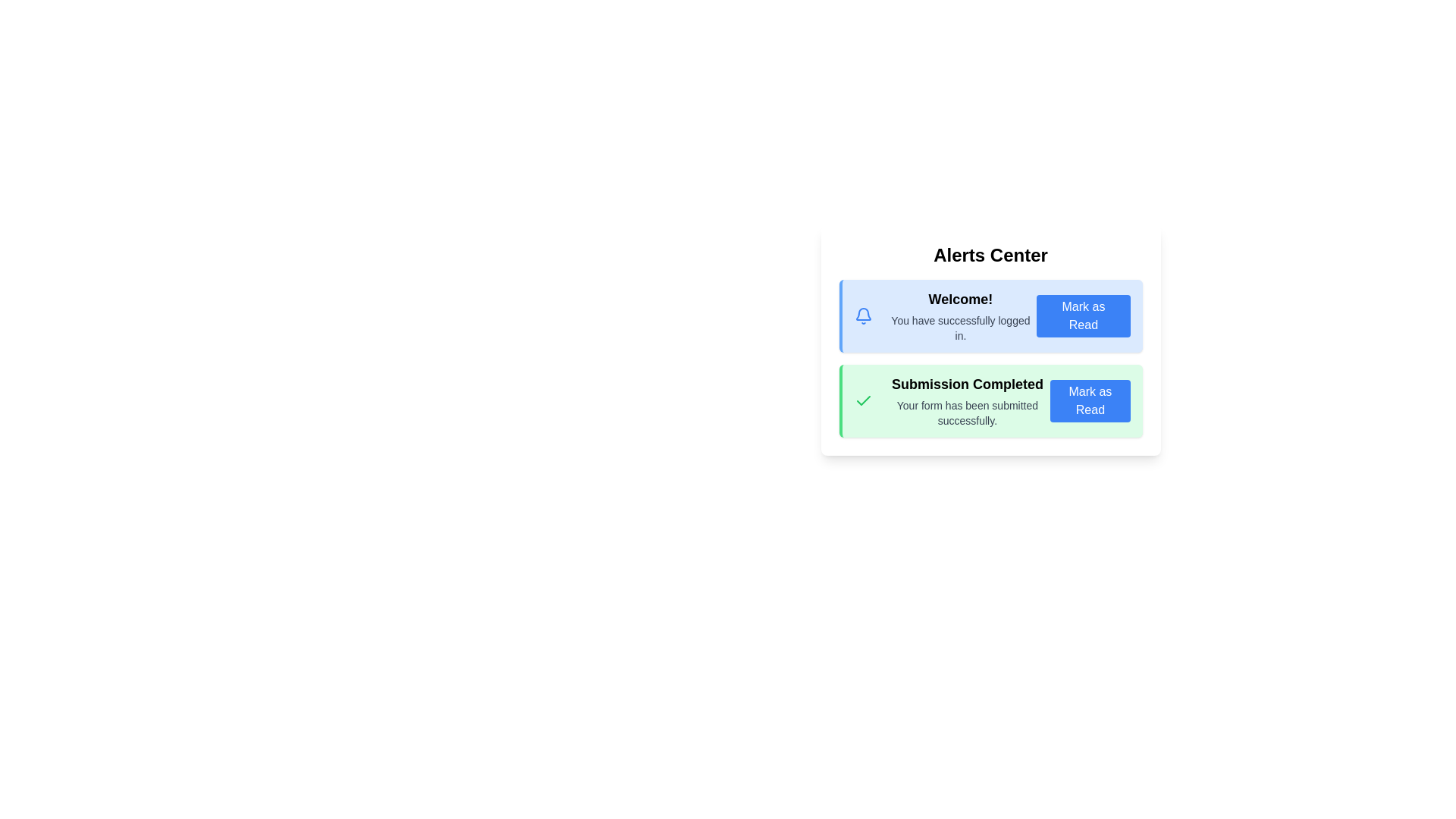 The width and height of the screenshot is (1456, 819). I want to click on heading text indicating the completion of a form submission located in the second alert card of the 'Alerts Center' section, so click(966, 383).